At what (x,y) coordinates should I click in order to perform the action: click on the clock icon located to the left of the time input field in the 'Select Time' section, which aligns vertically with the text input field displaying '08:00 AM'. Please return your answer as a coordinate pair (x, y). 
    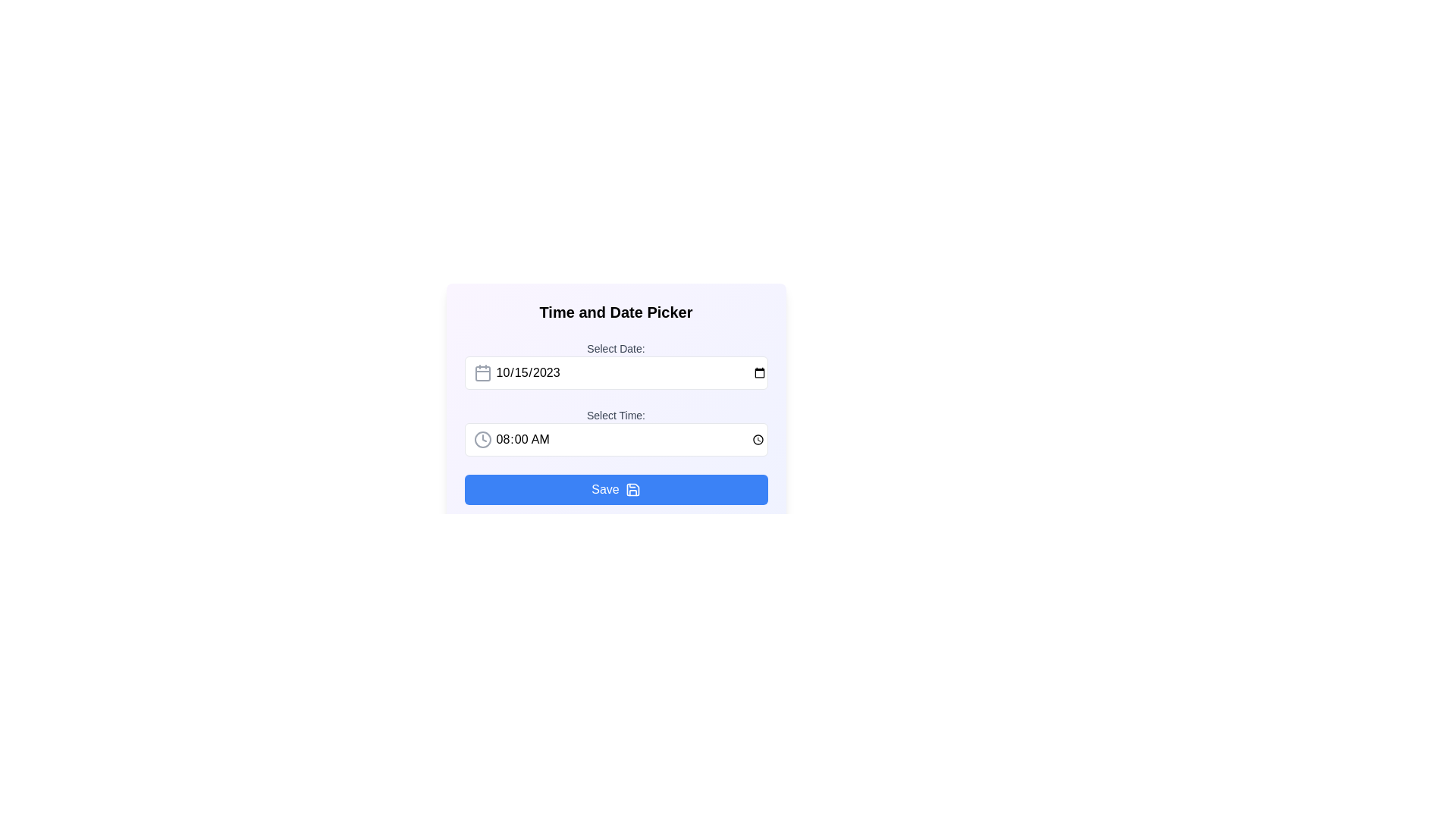
    Looking at the image, I should click on (482, 439).